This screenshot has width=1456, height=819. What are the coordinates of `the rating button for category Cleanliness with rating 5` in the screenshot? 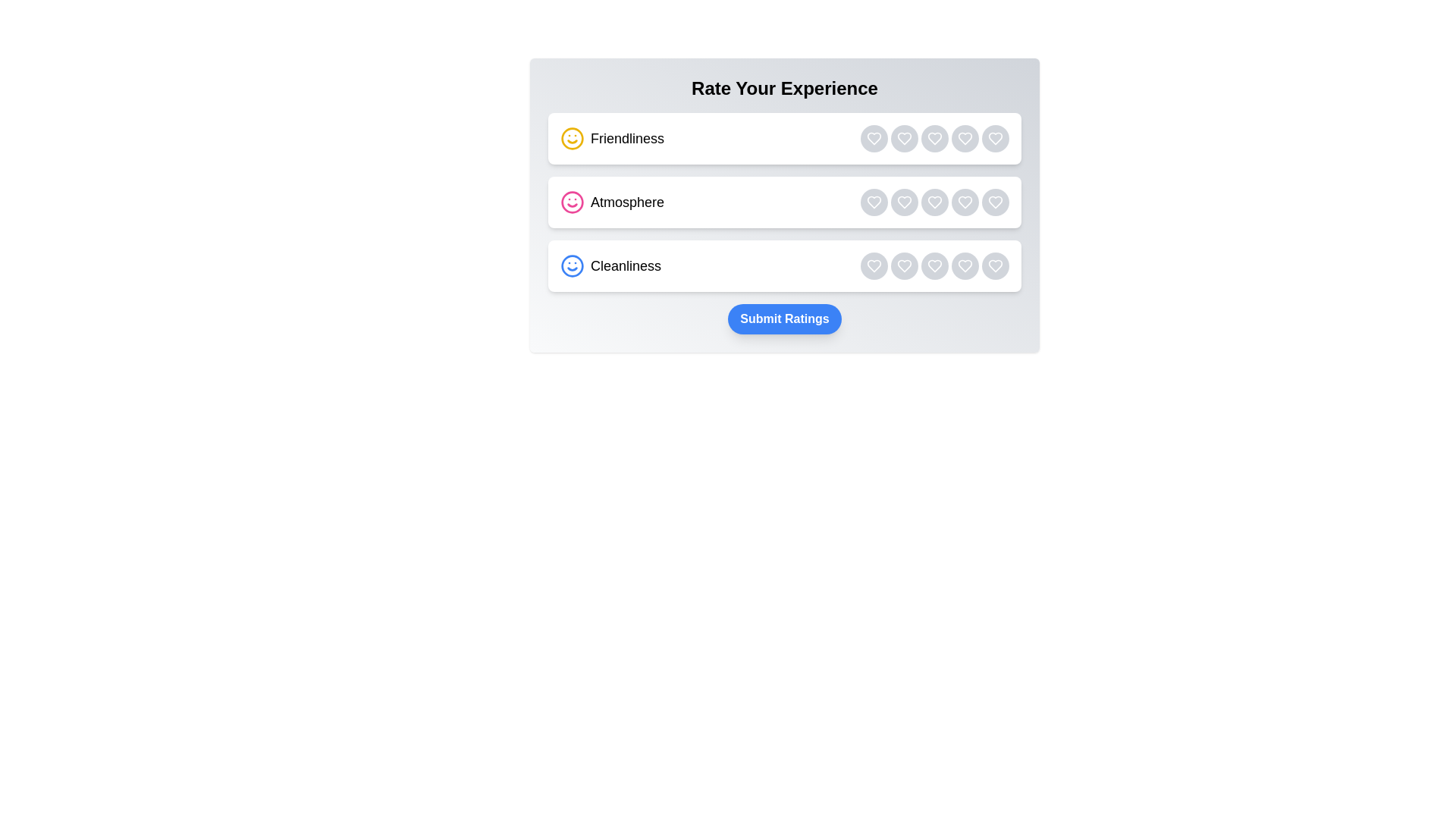 It's located at (996, 265).